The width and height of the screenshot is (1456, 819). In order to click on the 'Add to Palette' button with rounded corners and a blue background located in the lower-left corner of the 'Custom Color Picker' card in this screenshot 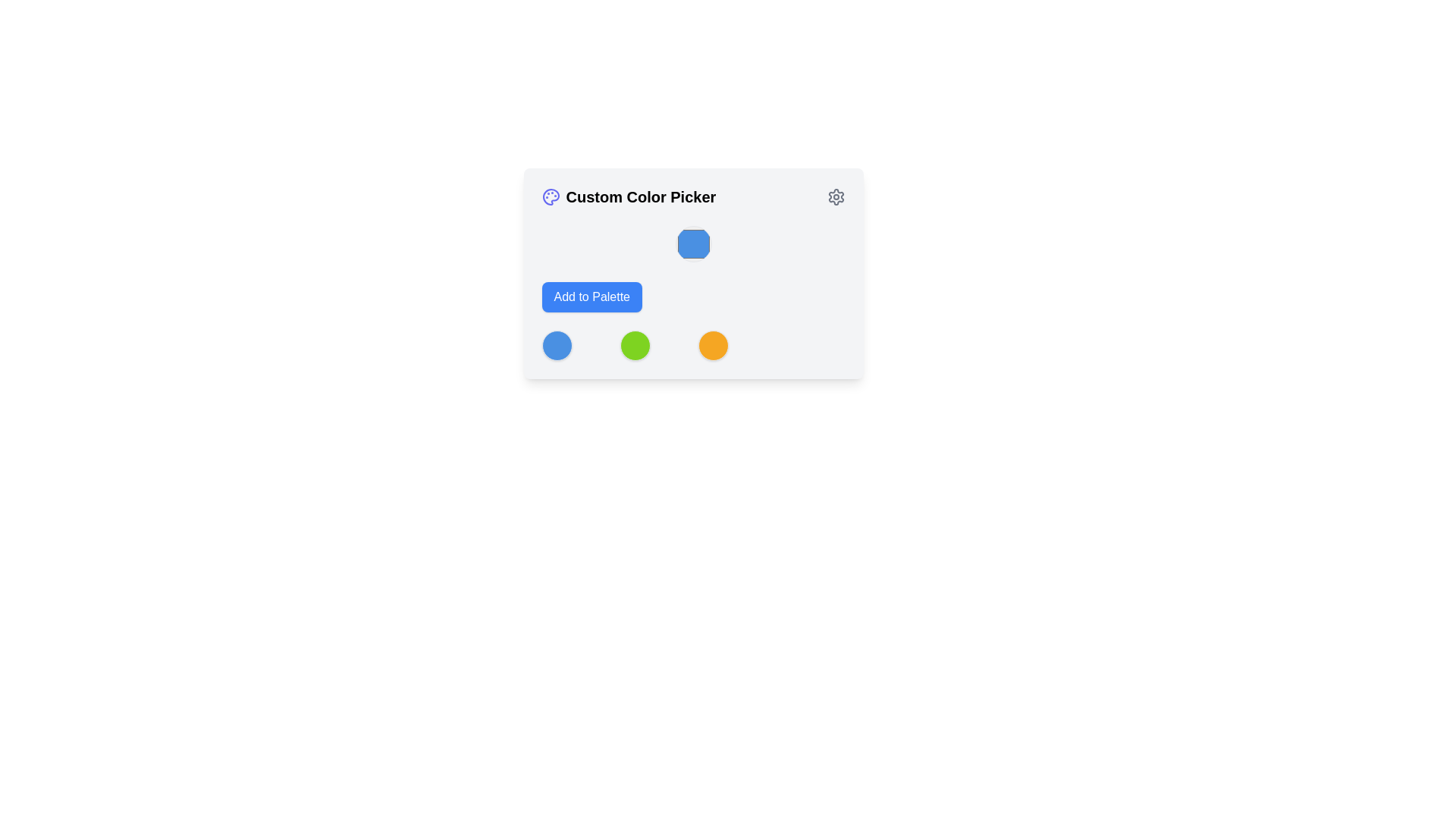, I will do `click(591, 297)`.